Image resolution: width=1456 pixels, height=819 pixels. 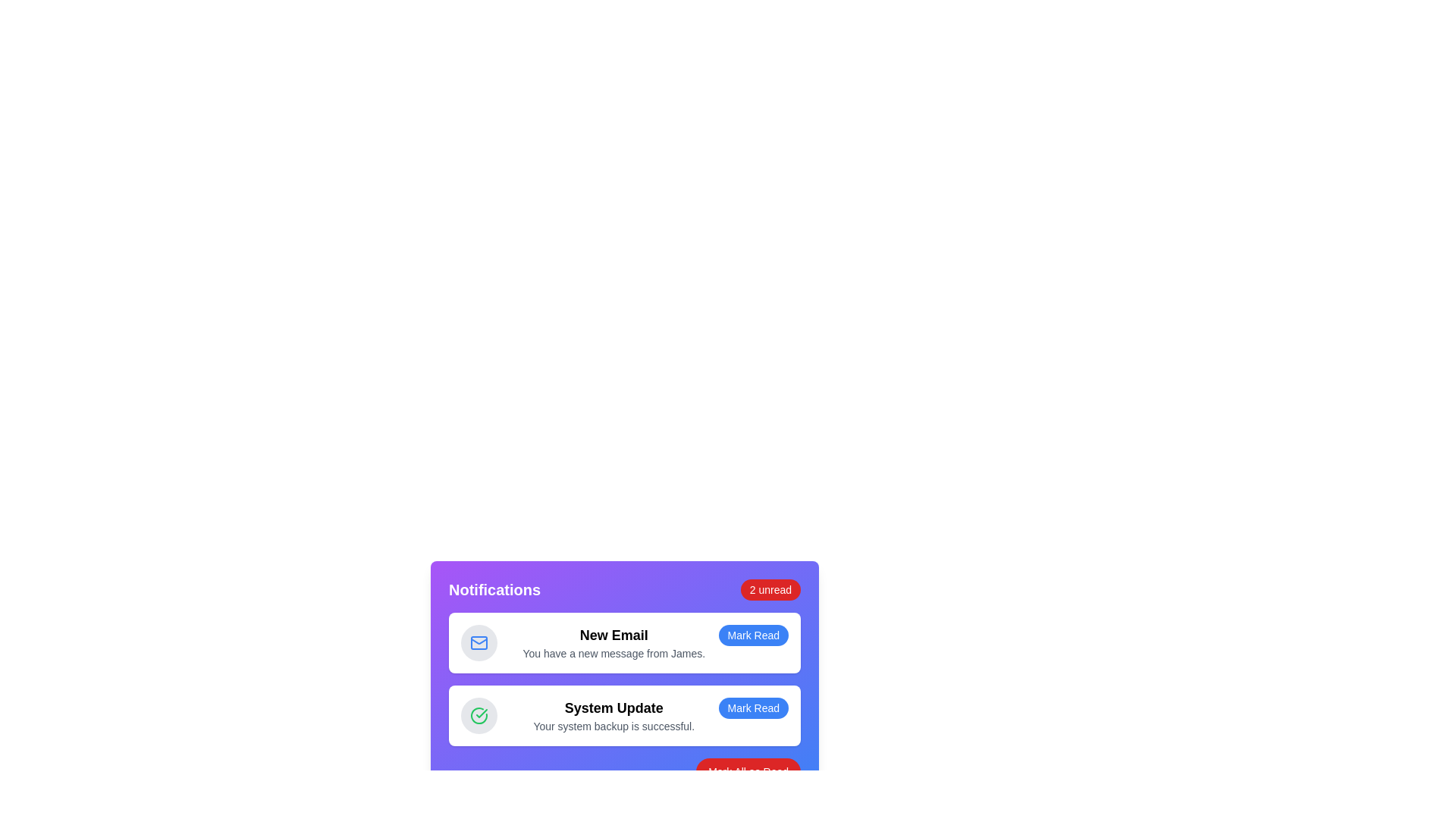 I want to click on the badge indicating unread notifications located in the upper-right corner of the Notifications section, so click(x=770, y=589).